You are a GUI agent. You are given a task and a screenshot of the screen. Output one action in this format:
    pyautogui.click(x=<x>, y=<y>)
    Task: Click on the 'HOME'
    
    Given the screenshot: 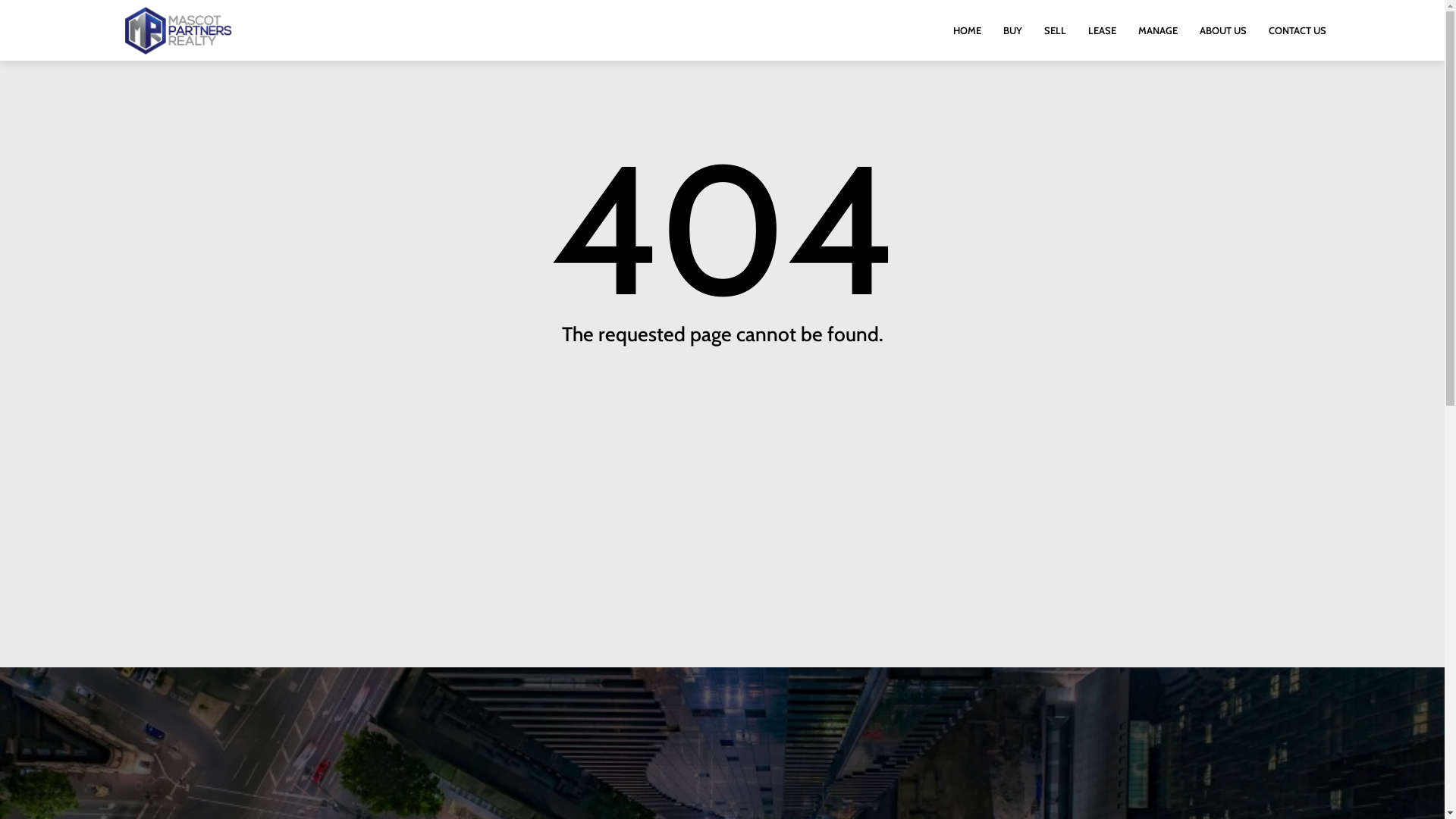 What is the action you would take?
    pyautogui.click(x=966, y=30)
    